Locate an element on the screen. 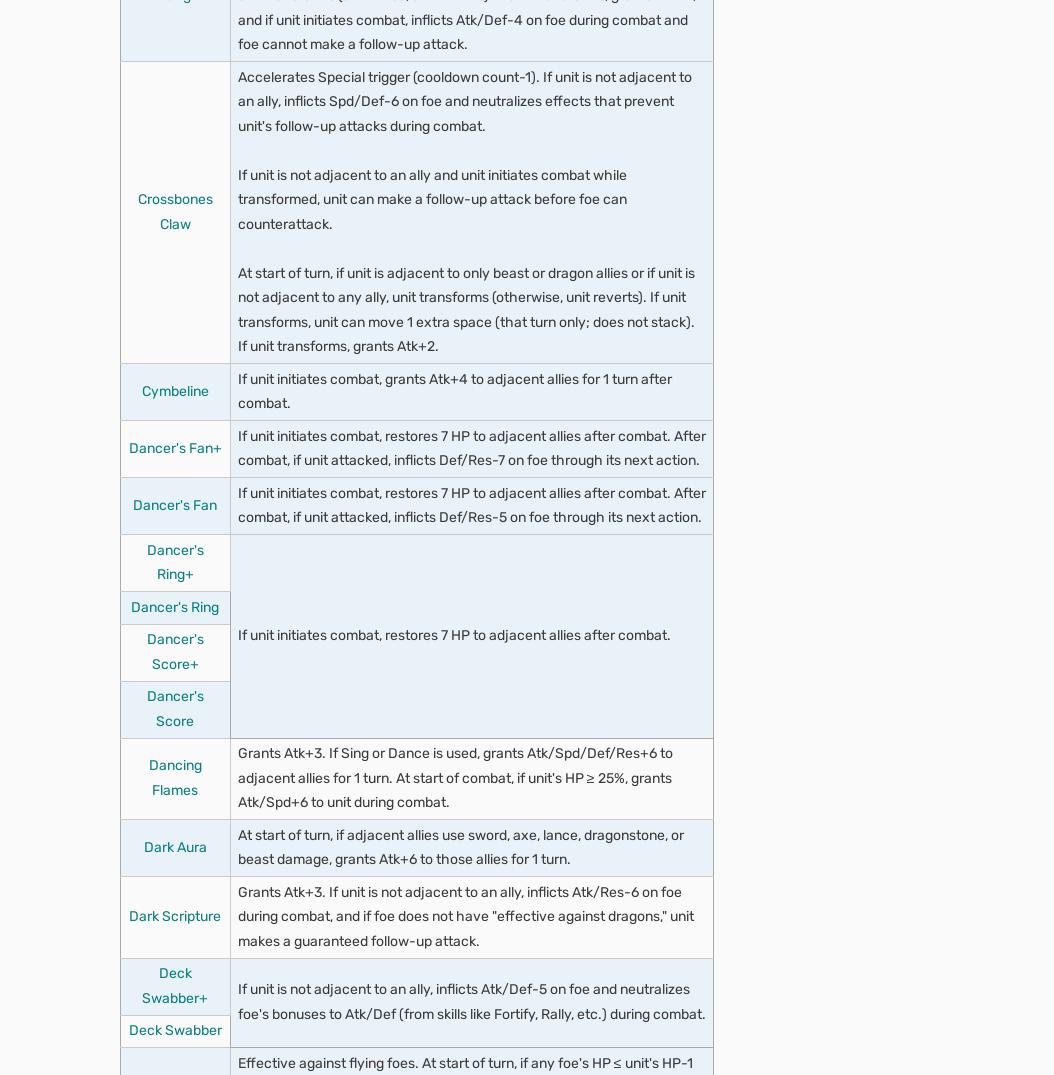  'Grants Atk/Spd+3 to adjacent allies during combat.' is located at coordinates (422, 135).